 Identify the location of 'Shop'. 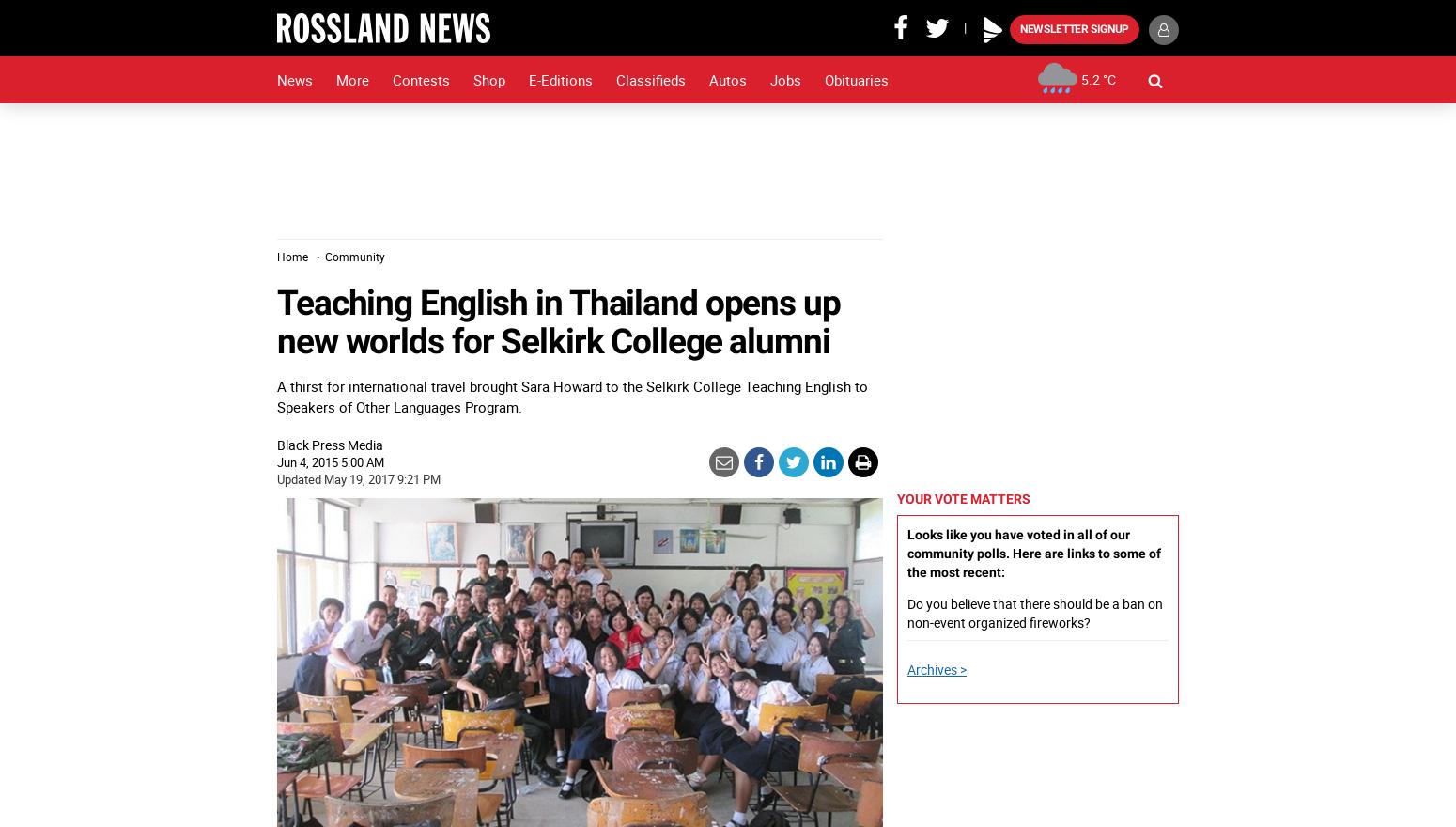
(488, 79).